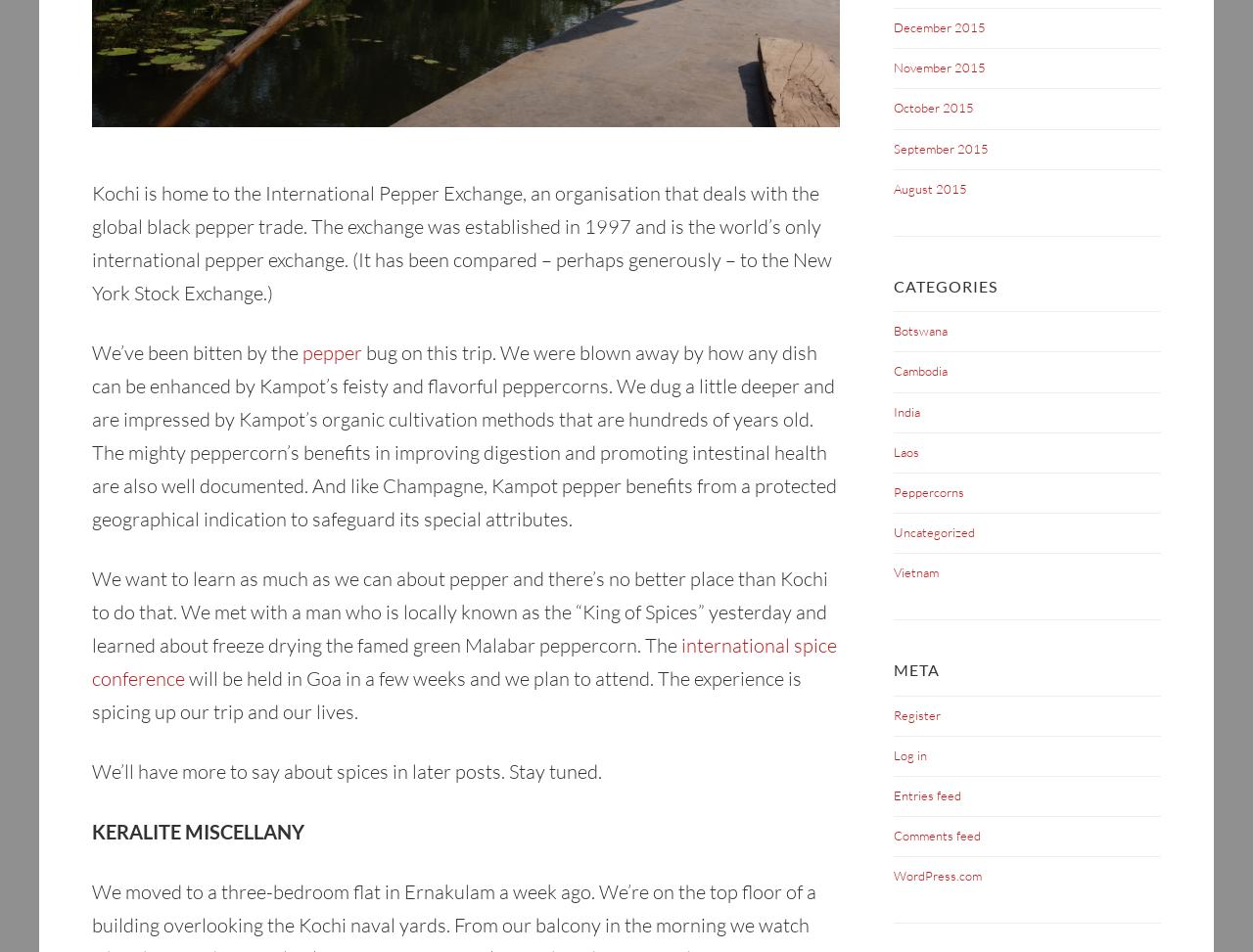  Describe the element at coordinates (933, 531) in the screenshot. I see `'Uncategorized'` at that location.